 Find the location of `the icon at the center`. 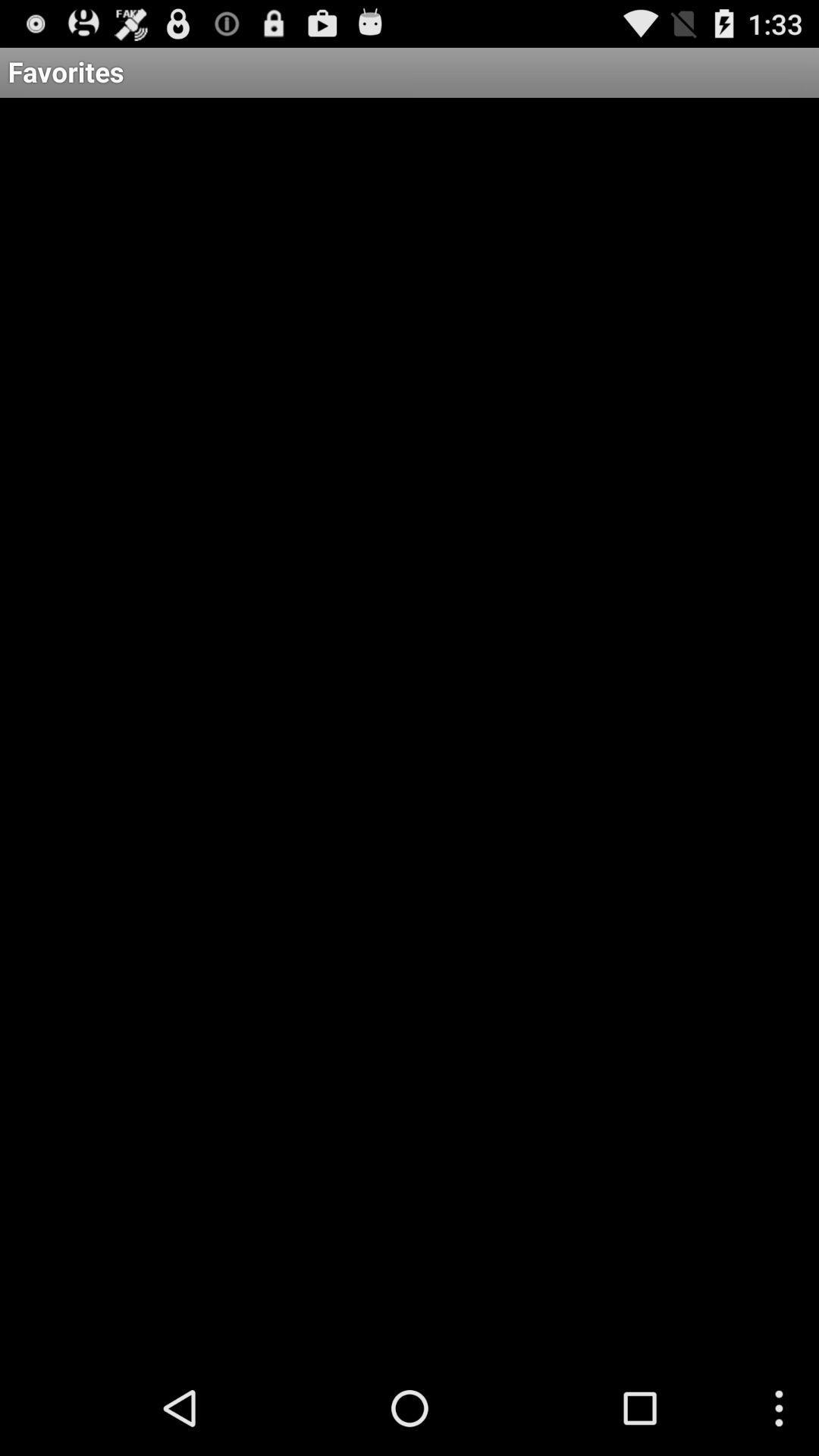

the icon at the center is located at coordinates (409, 729).